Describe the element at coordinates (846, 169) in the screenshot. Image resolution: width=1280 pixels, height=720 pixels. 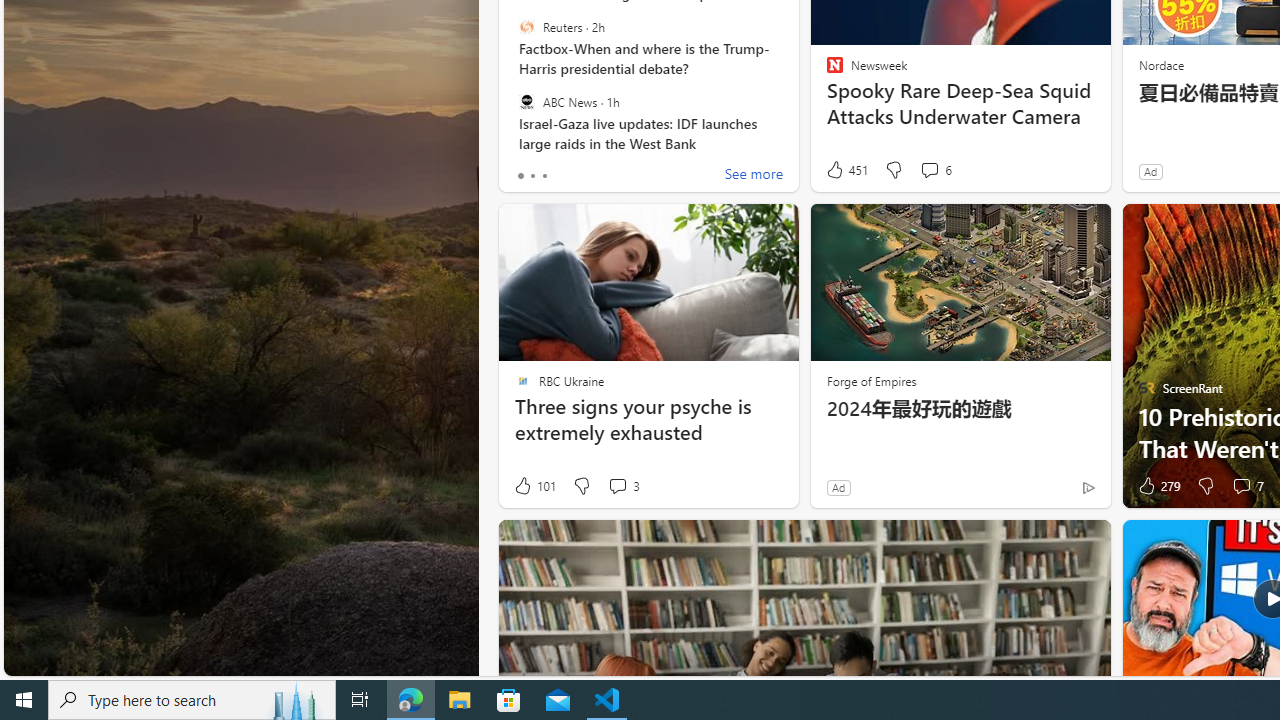
I see `'451 Like'` at that location.